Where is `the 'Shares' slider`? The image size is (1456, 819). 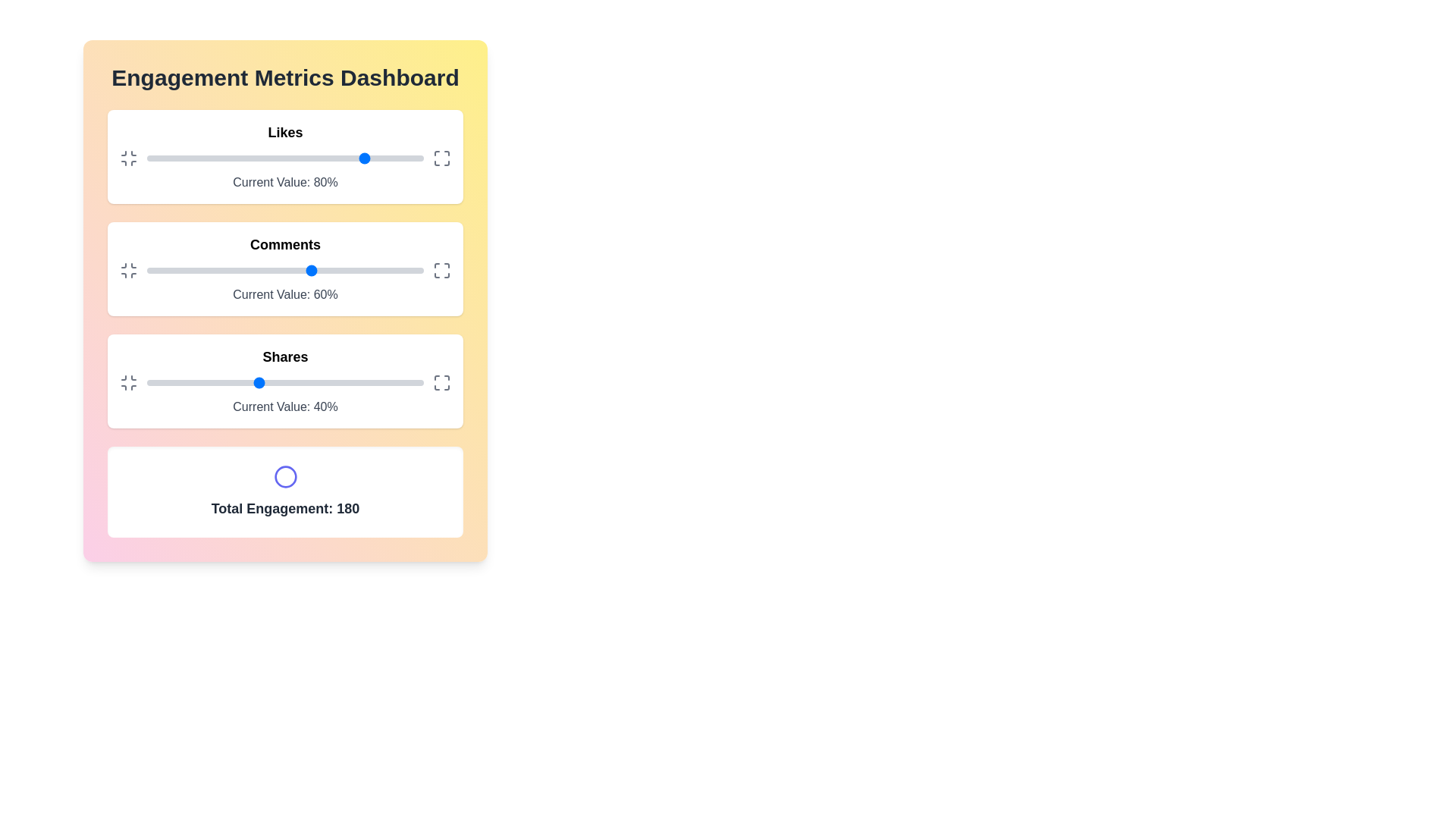 the 'Shares' slider is located at coordinates (277, 382).